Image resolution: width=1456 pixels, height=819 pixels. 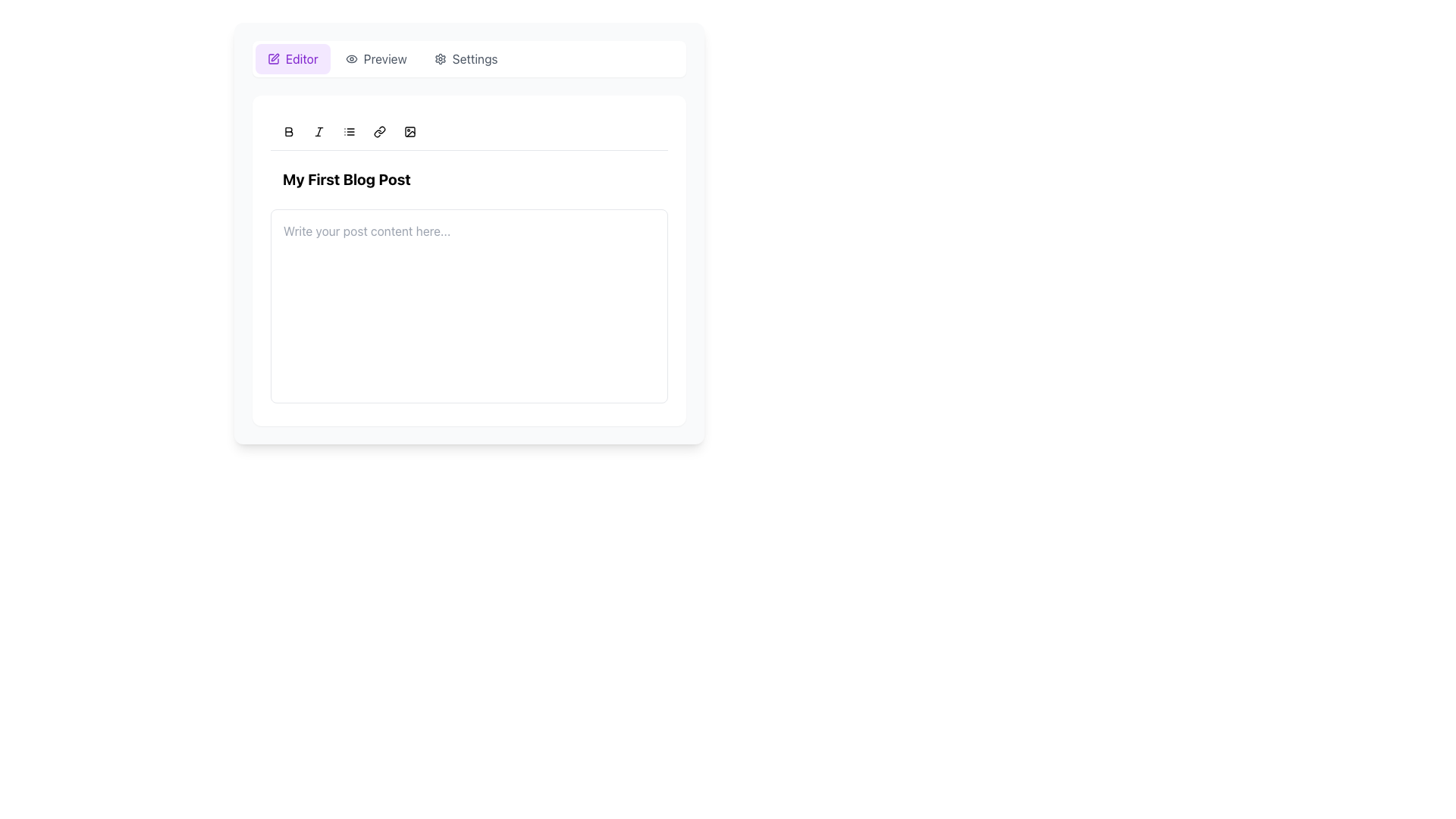 What do you see at coordinates (469, 58) in the screenshot?
I see `the 'Editor', 'Preview', or 'Settings' section of the segmented control bar` at bounding box center [469, 58].